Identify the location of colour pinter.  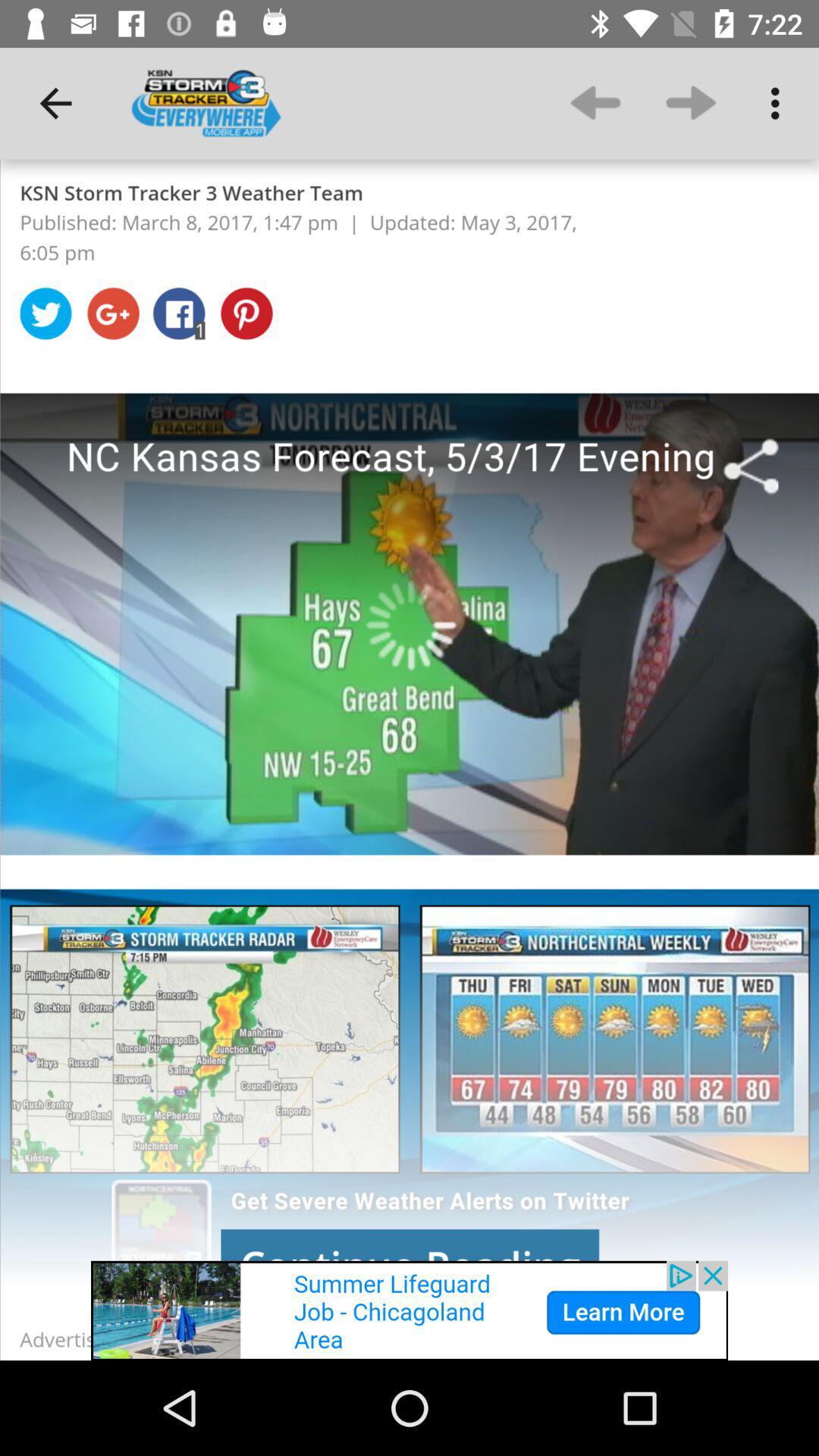
(409, 760).